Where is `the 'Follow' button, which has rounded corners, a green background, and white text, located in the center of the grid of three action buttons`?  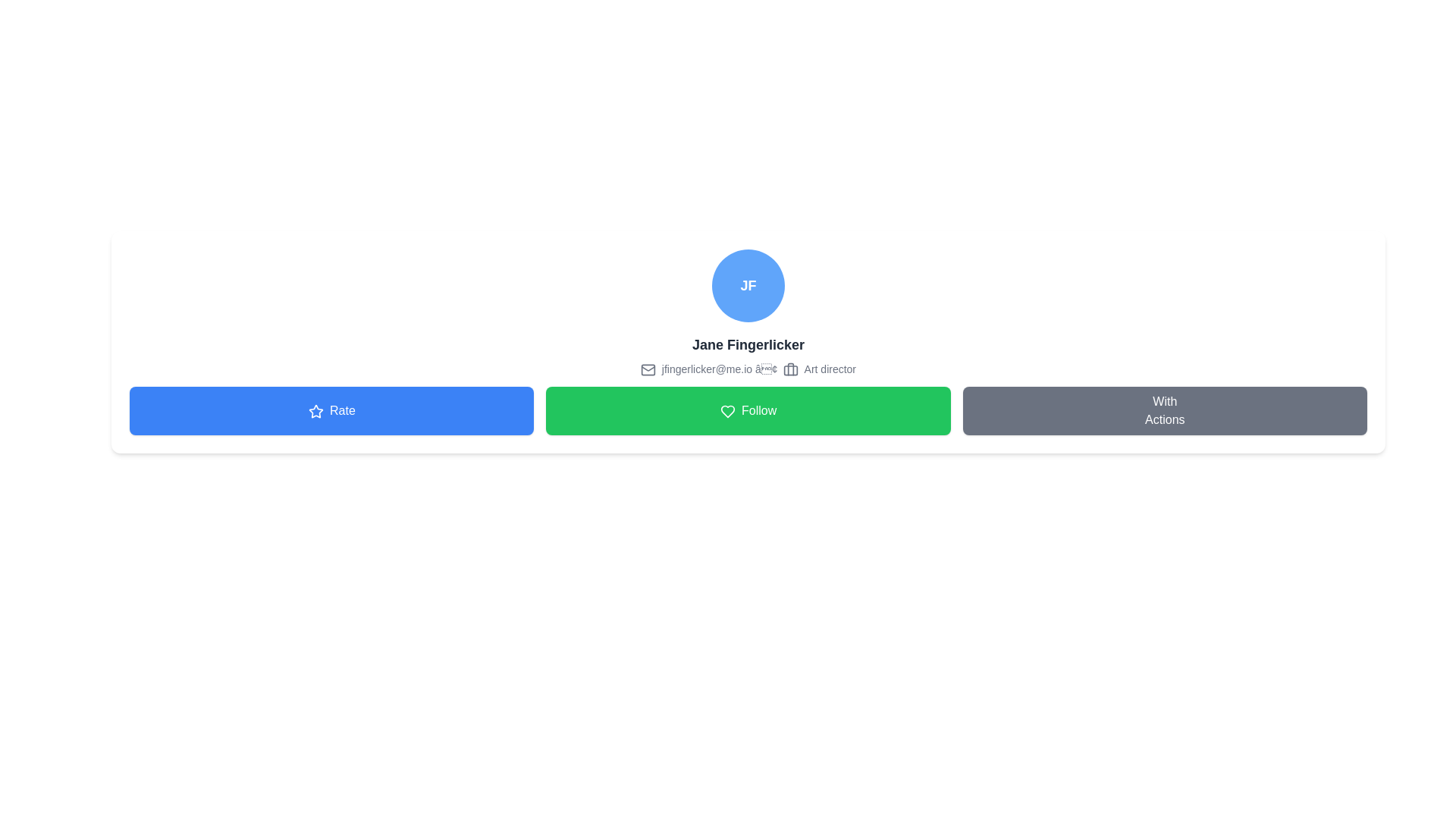 the 'Follow' button, which has rounded corners, a green background, and white text, located in the center of the grid of three action buttons is located at coordinates (748, 411).